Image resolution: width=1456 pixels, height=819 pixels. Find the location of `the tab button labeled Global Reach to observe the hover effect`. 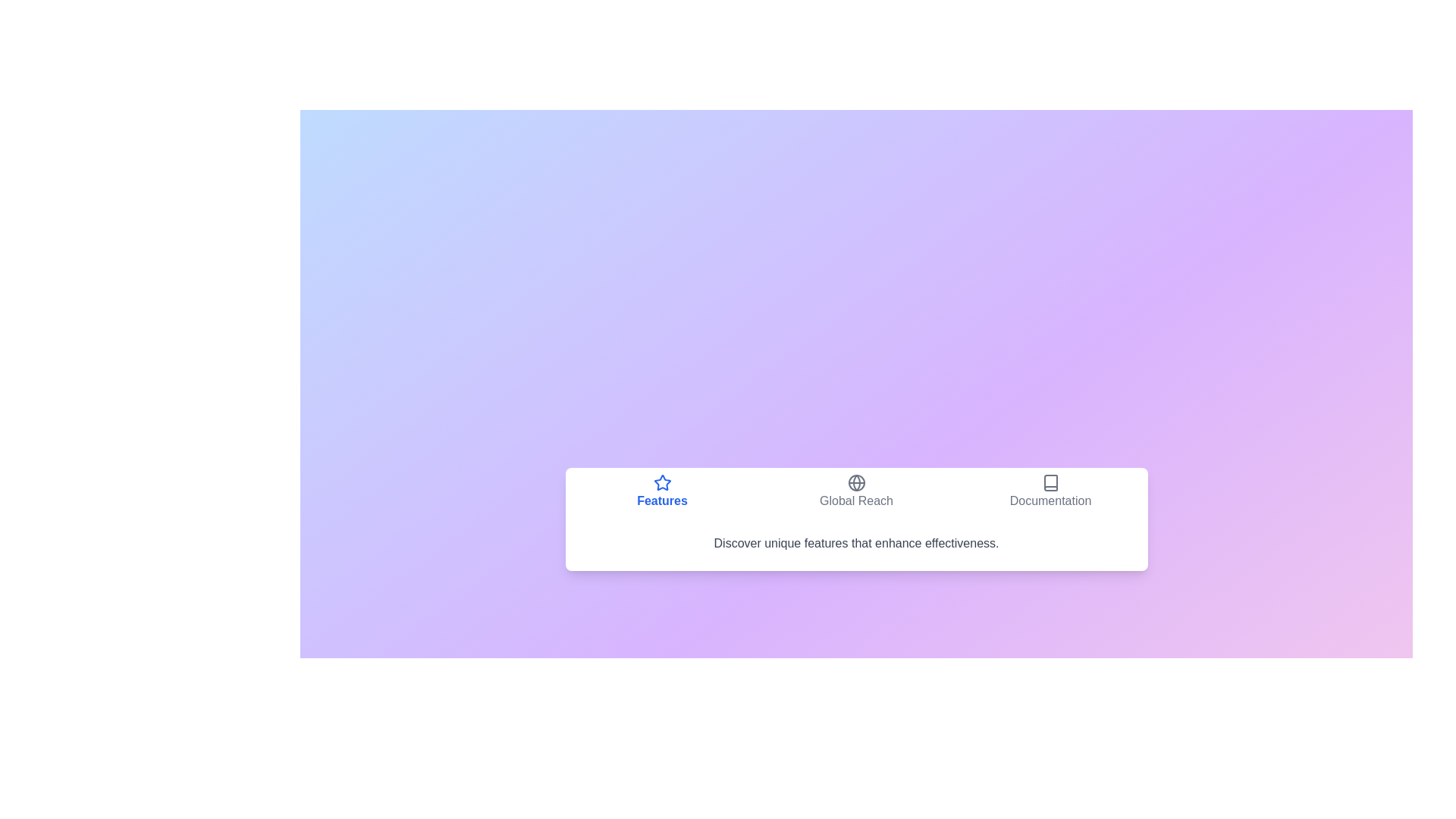

the tab button labeled Global Reach to observe the hover effect is located at coordinates (856, 491).